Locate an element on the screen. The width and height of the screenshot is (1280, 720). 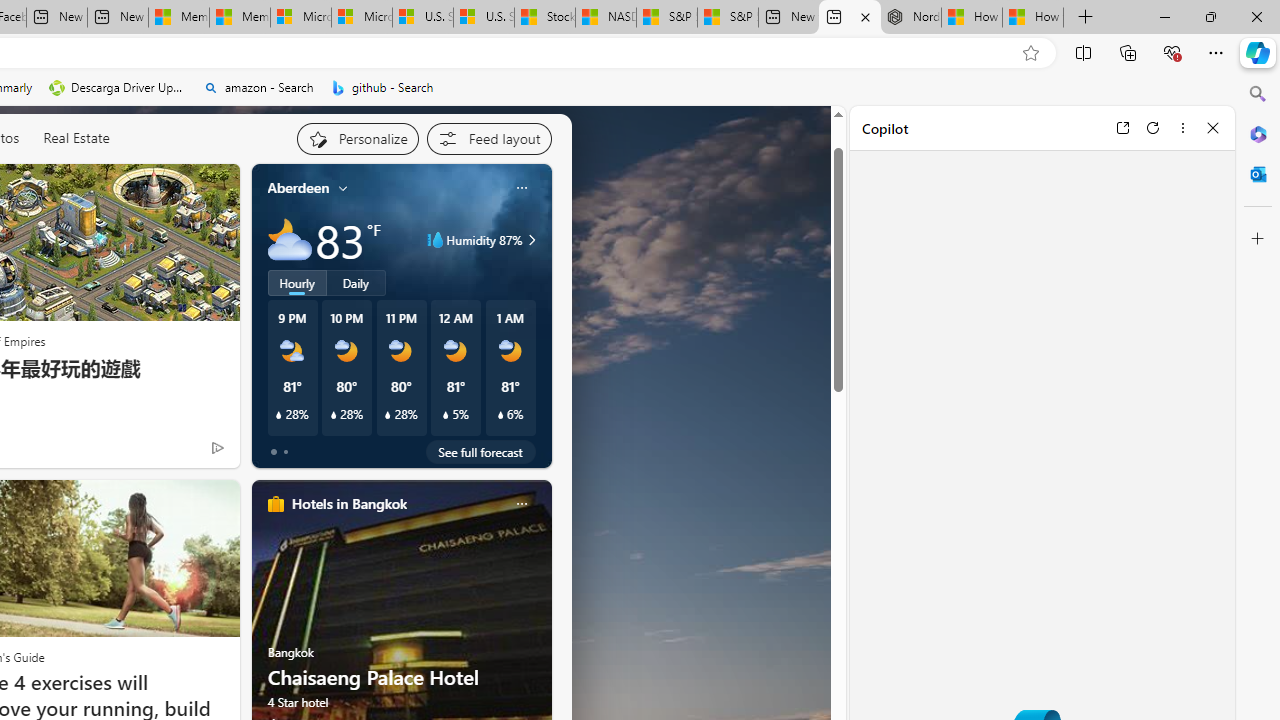
'Nordace - Summer Adventures 2024' is located at coordinates (909, 17).